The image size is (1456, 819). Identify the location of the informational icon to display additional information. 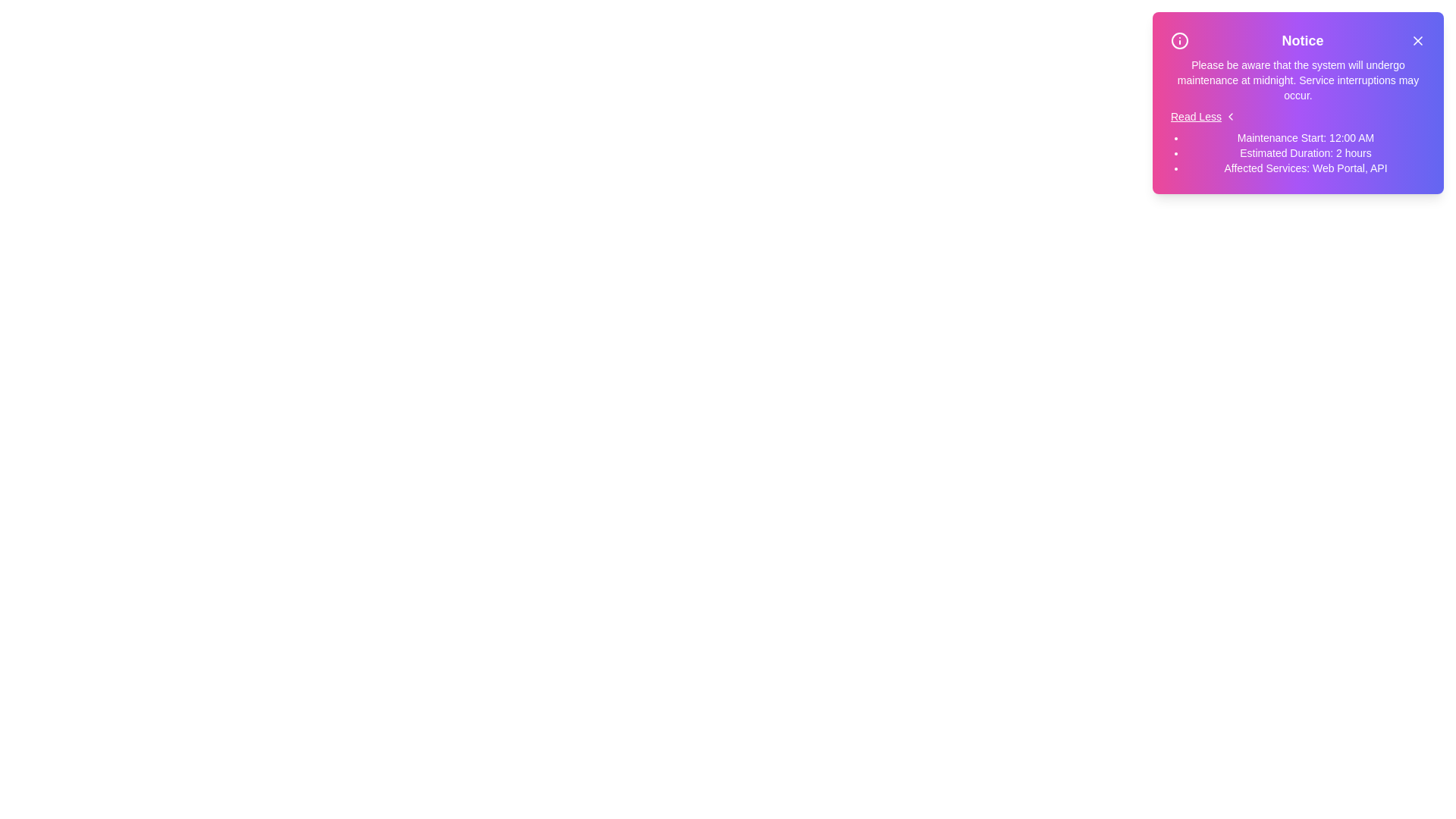
(1178, 40).